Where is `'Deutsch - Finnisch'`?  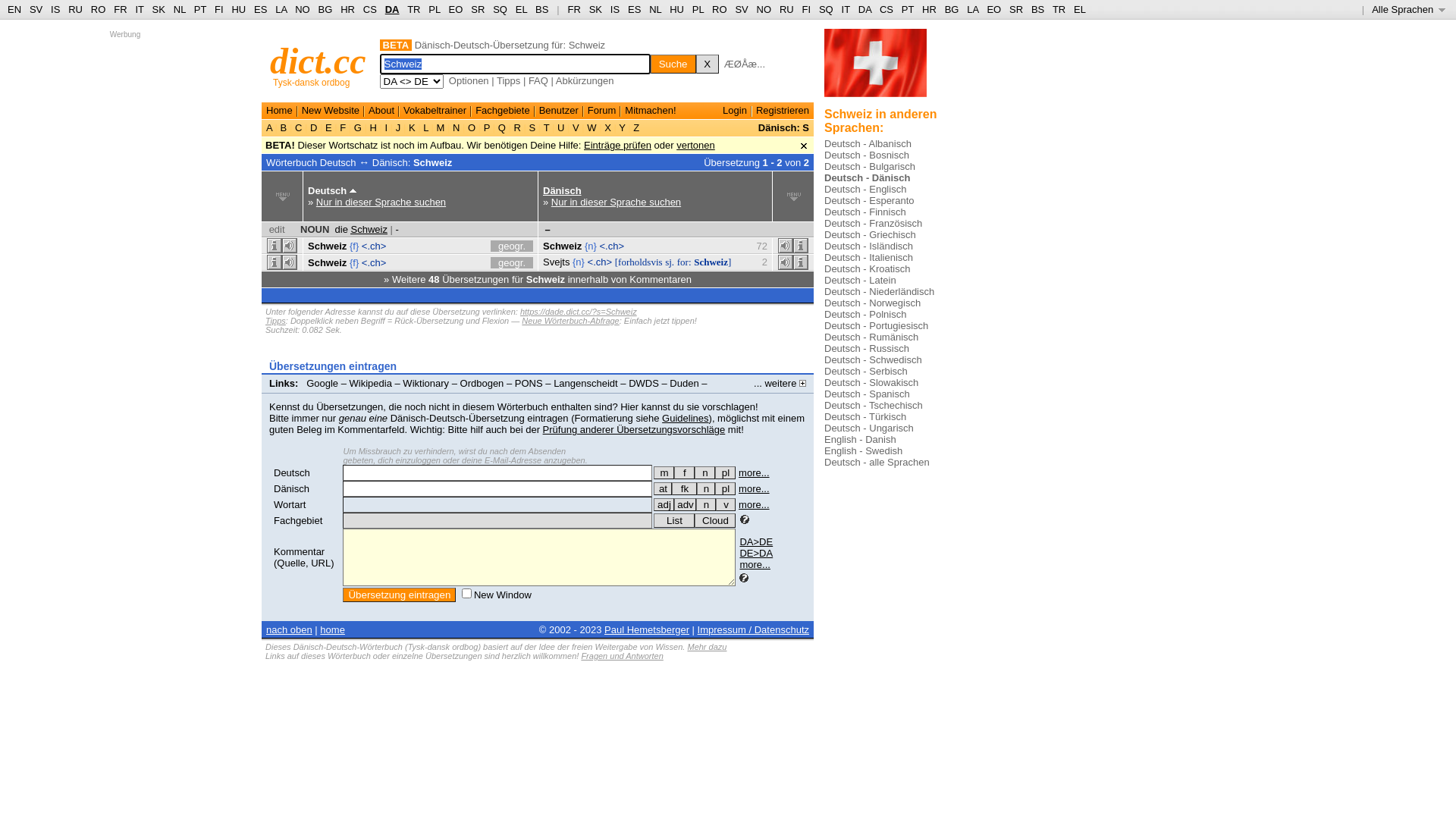
'Deutsch - Finnisch' is located at coordinates (823, 212).